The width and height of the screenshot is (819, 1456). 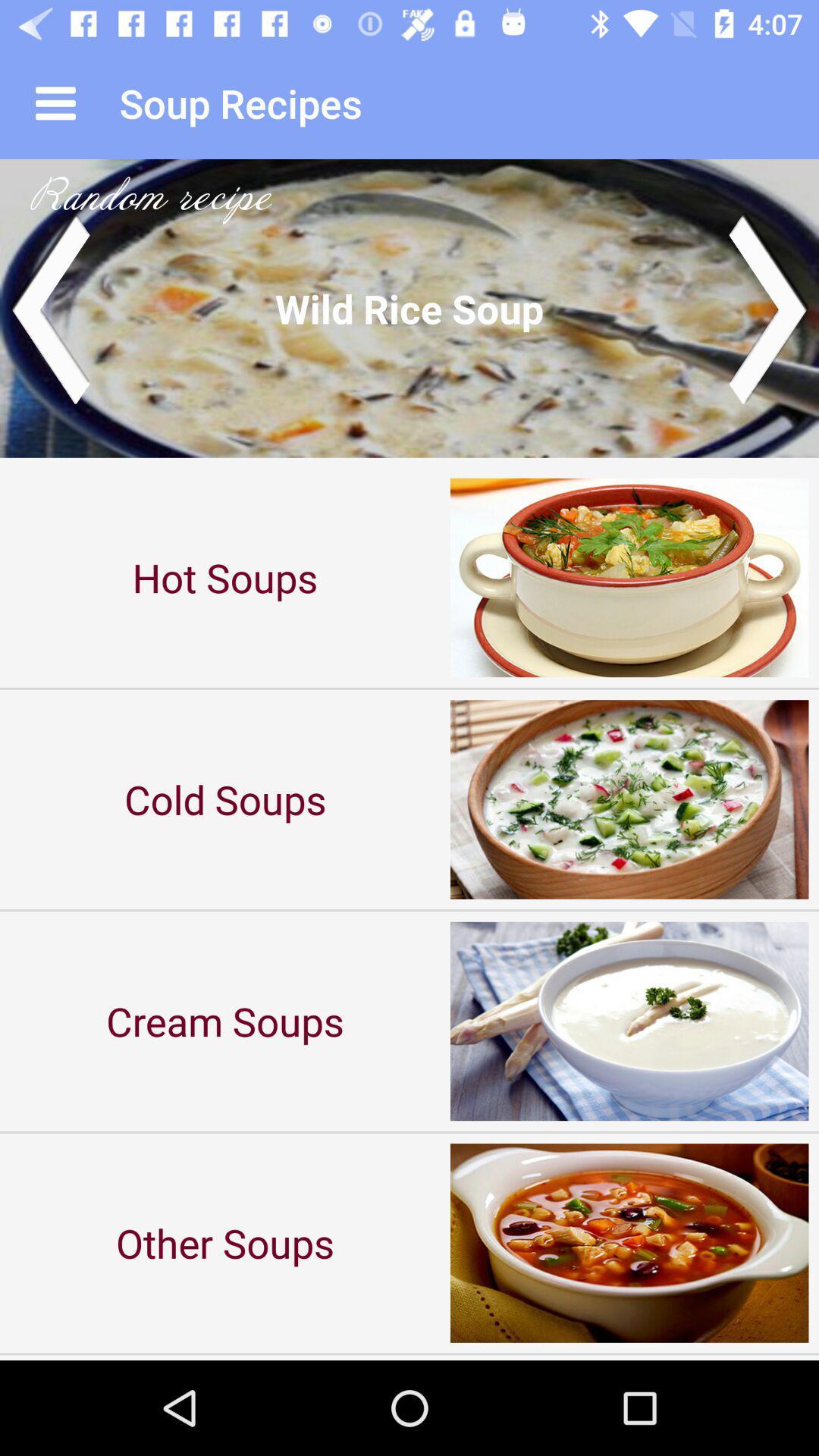 What do you see at coordinates (49, 307) in the screenshot?
I see `the arrow_backward icon` at bounding box center [49, 307].